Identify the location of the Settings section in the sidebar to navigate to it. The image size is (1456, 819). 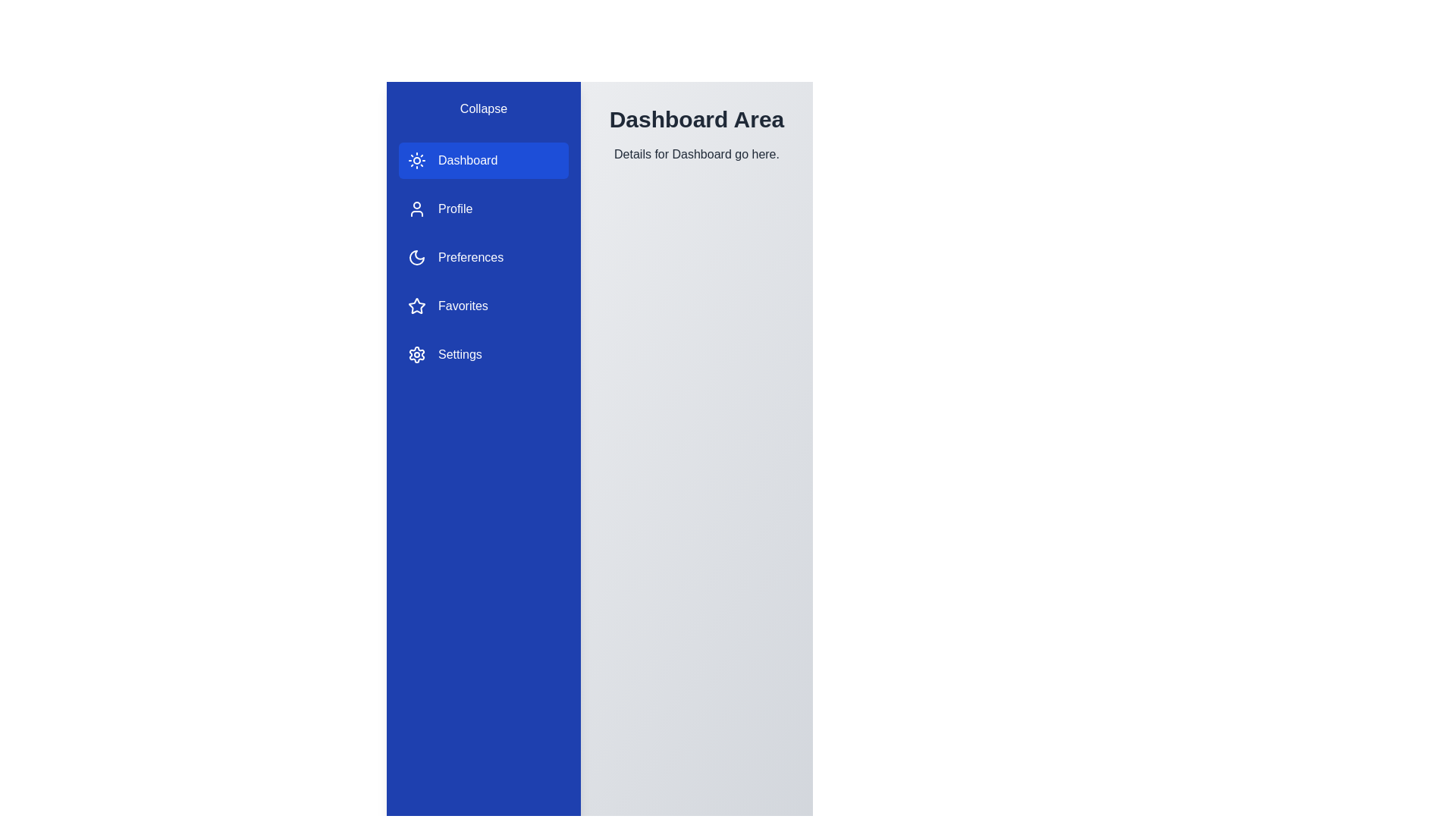
(483, 354).